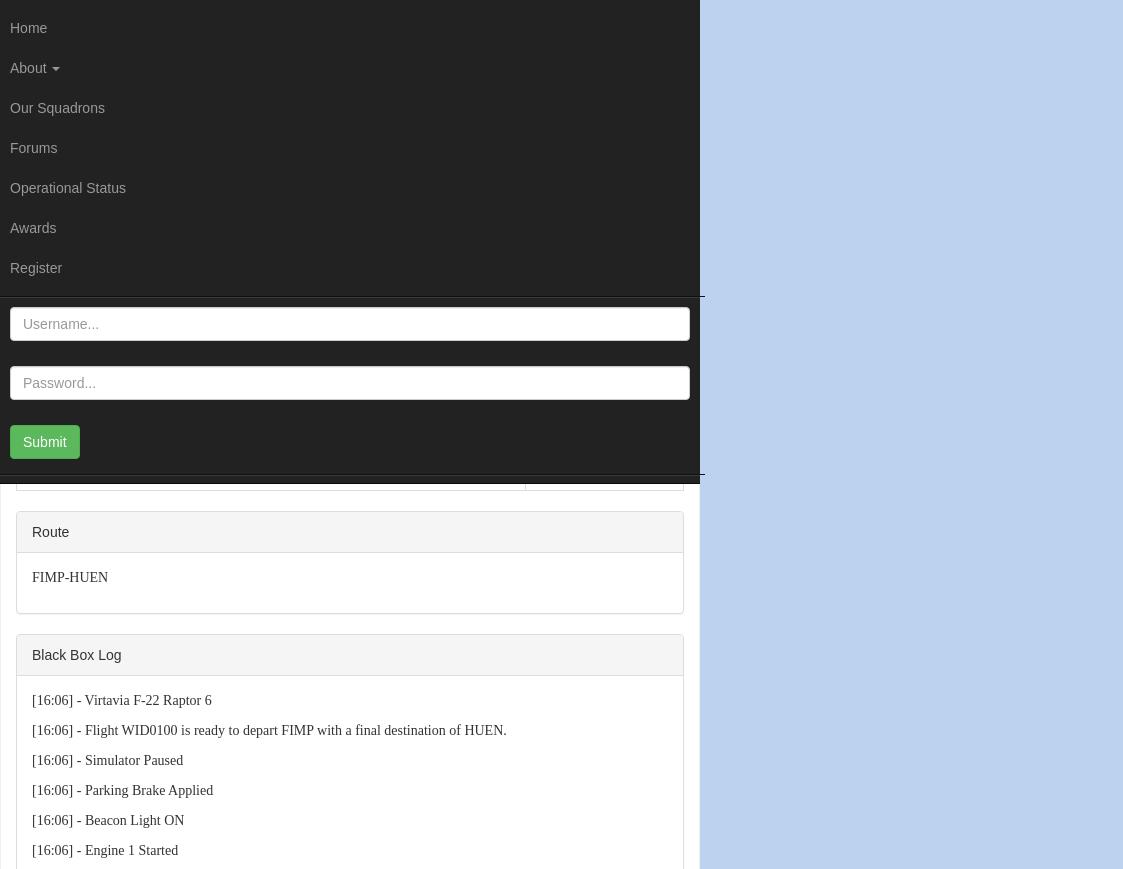 The image size is (1123, 869). I want to click on '[16:06] - Parking Brake Applied', so click(121, 789).